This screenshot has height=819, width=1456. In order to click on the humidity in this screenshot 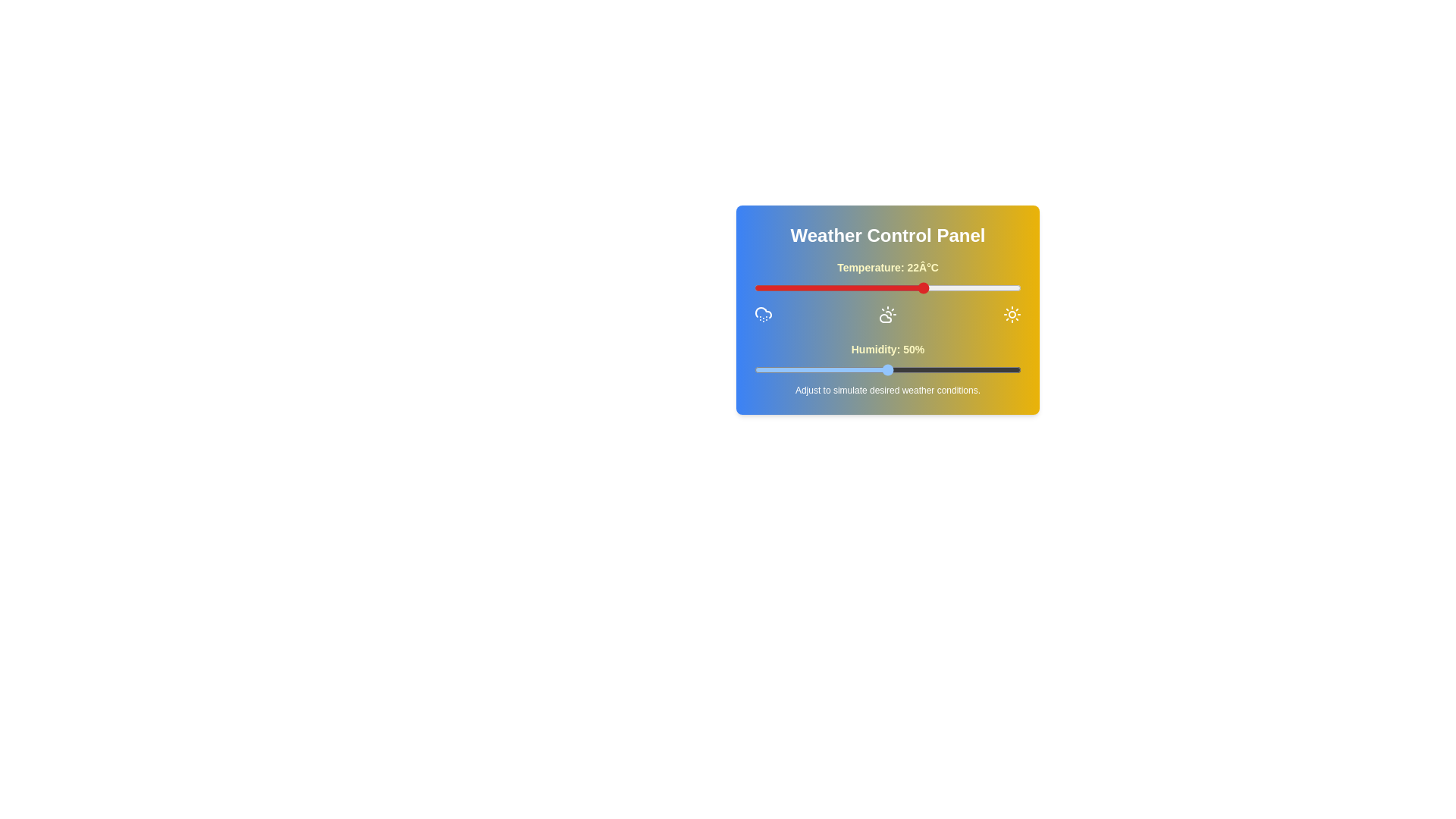, I will do `click(877, 370)`.